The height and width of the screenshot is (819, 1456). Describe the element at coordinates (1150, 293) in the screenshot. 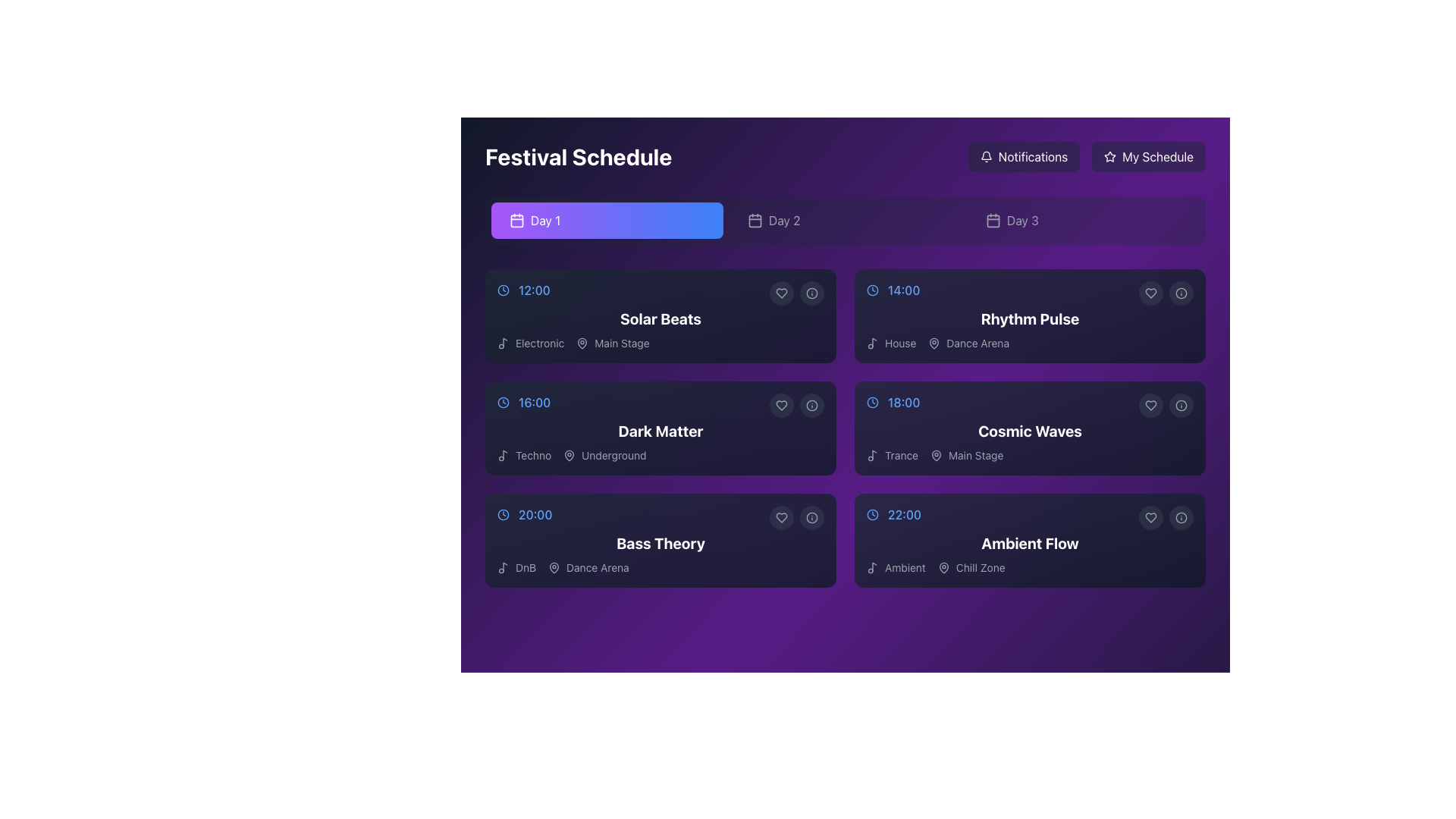

I see `the heart-shaped icon located next to the 'Rhythm Pulse' schedule entry` at that location.